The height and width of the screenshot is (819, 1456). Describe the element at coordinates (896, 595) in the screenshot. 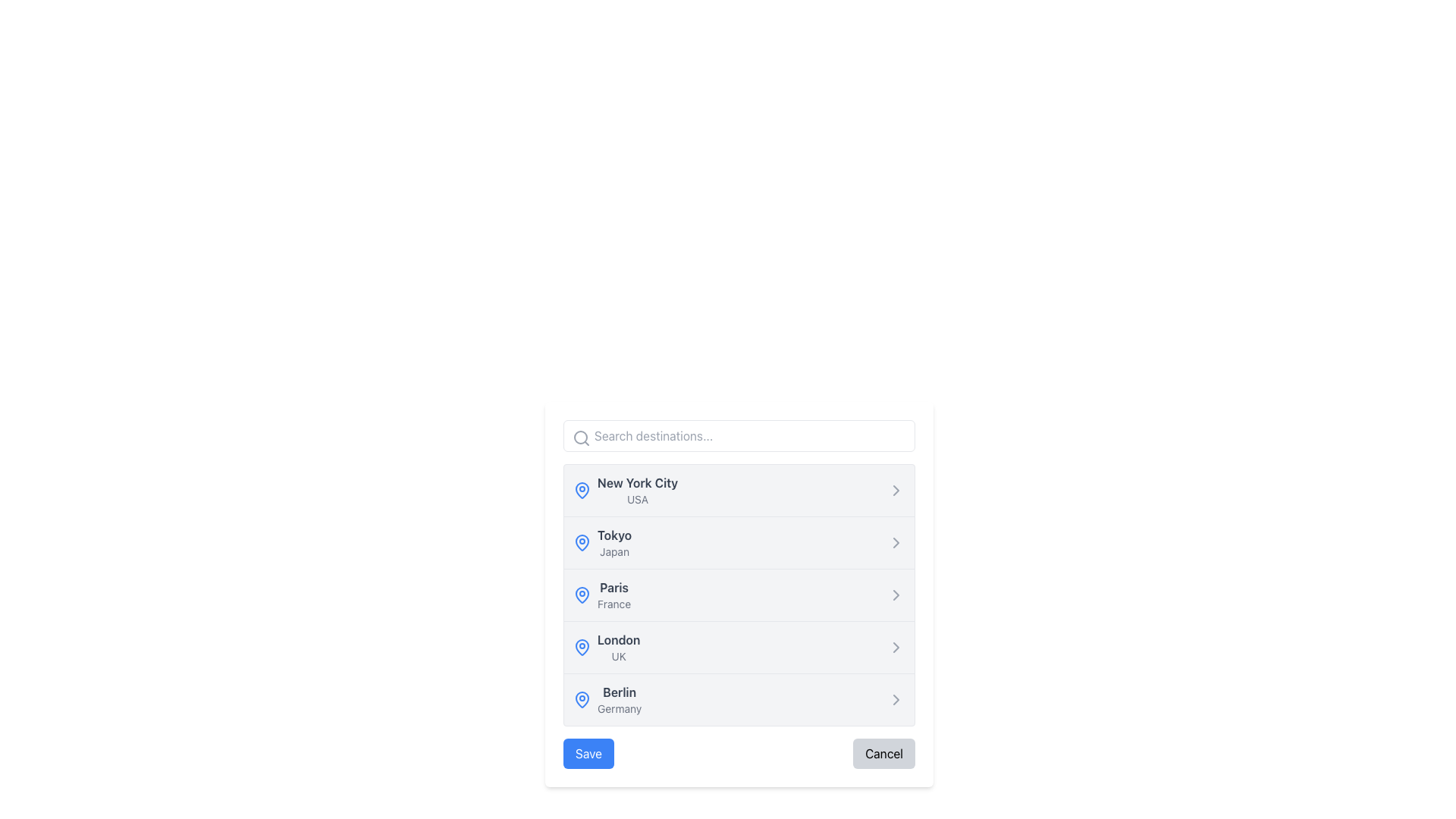

I see `the navigational icon located to the right of the text 'Paris' and 'France' in the third list item` at that location.